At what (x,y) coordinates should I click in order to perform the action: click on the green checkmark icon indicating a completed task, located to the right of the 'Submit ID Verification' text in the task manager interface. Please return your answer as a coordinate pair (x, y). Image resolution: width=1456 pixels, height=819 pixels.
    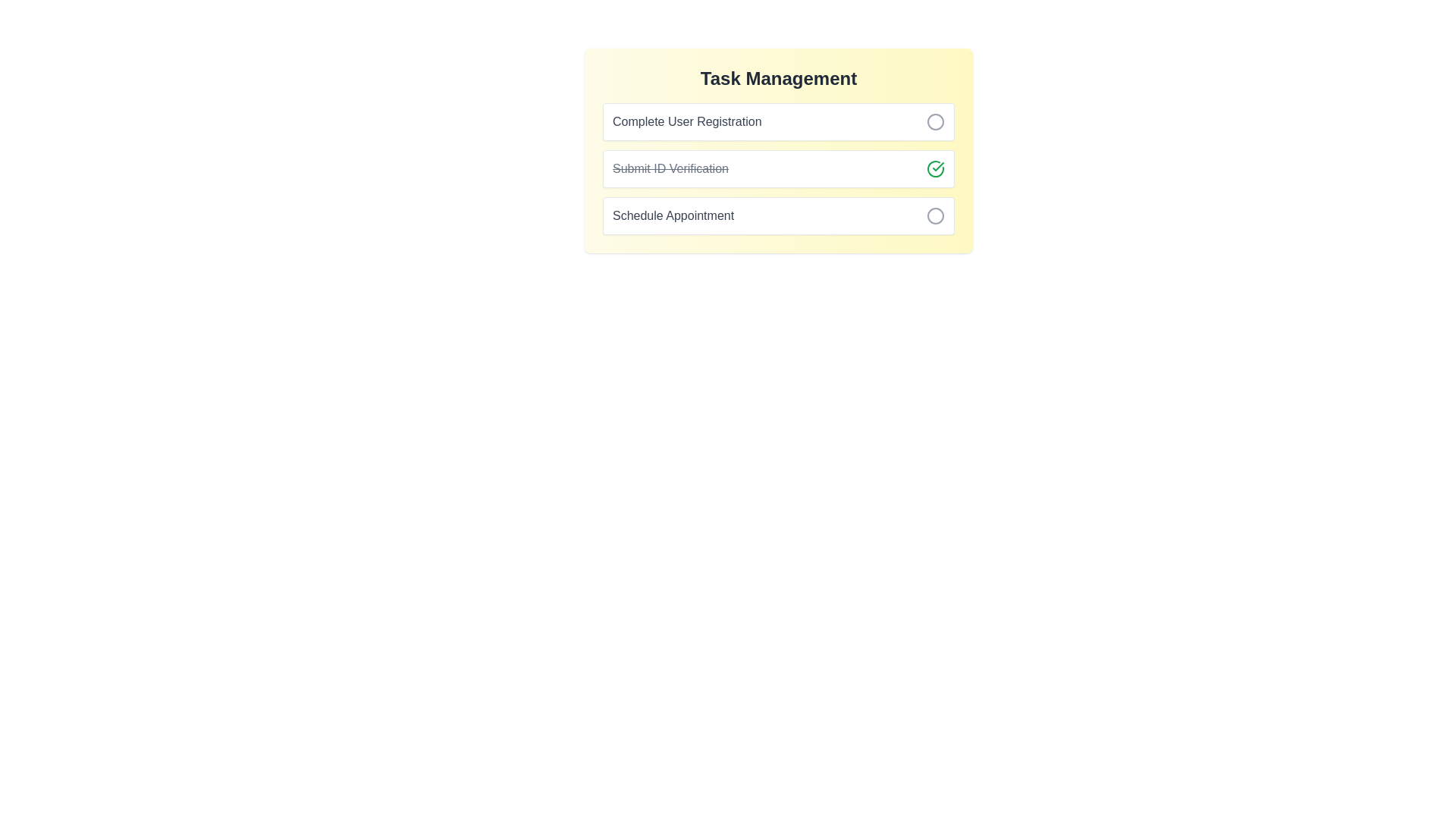
    Looking at the image, I should click on (937, 166).